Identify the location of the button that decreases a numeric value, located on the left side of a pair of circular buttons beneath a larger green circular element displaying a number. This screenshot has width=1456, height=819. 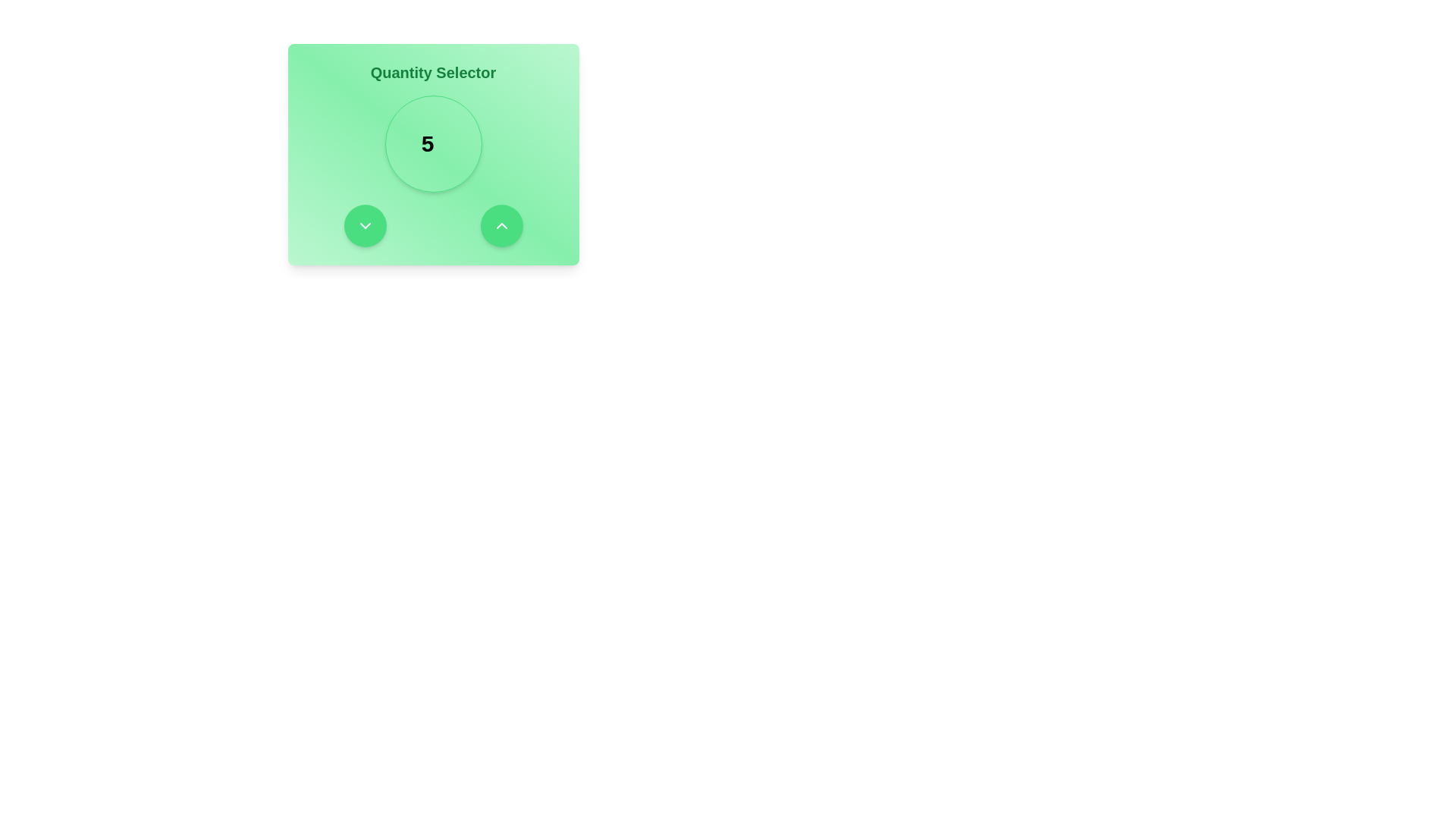
(365, 225).